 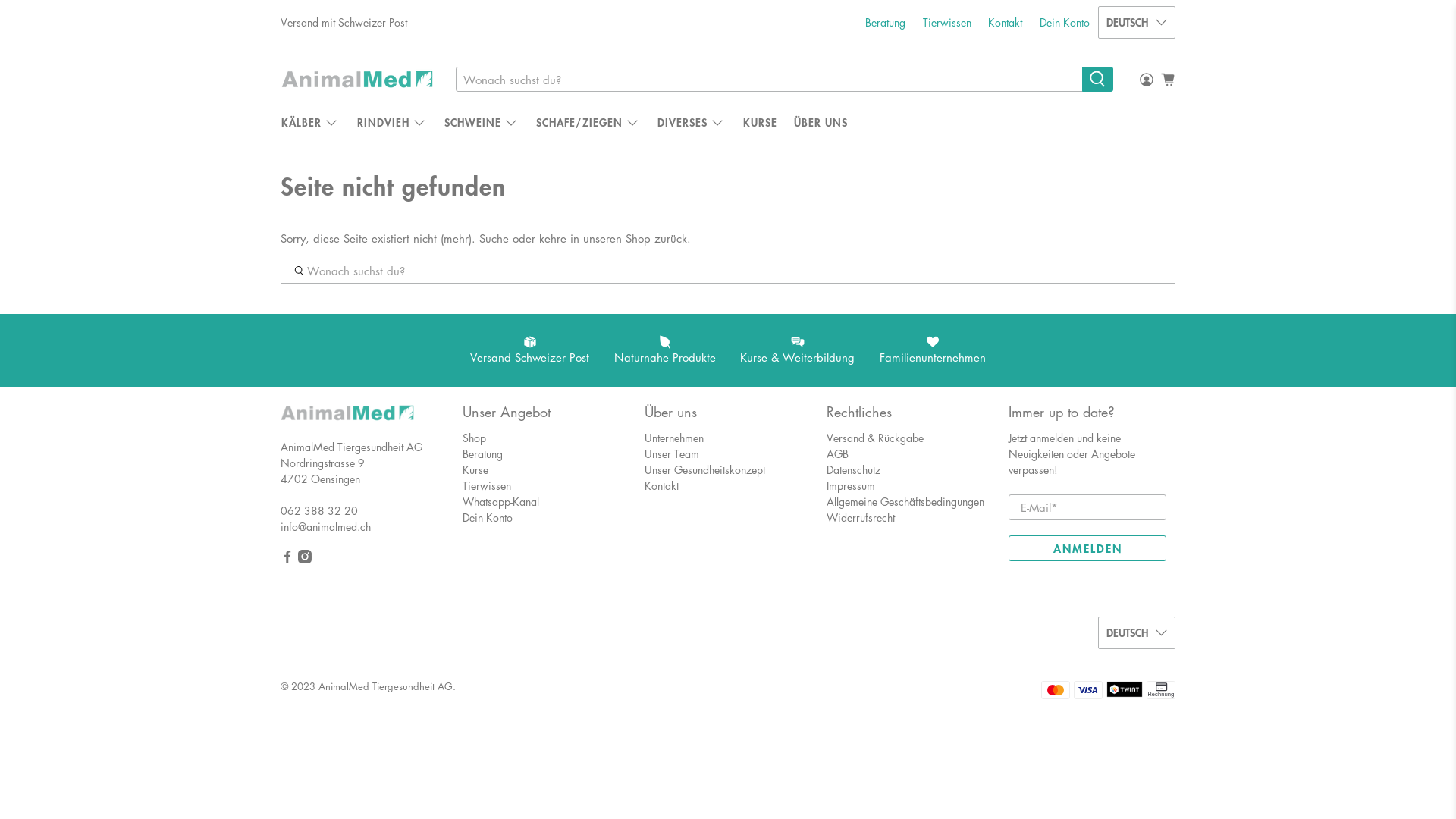 I want to click on 'SCHAFE/ZIEGEN', so click(x=528, y=121).